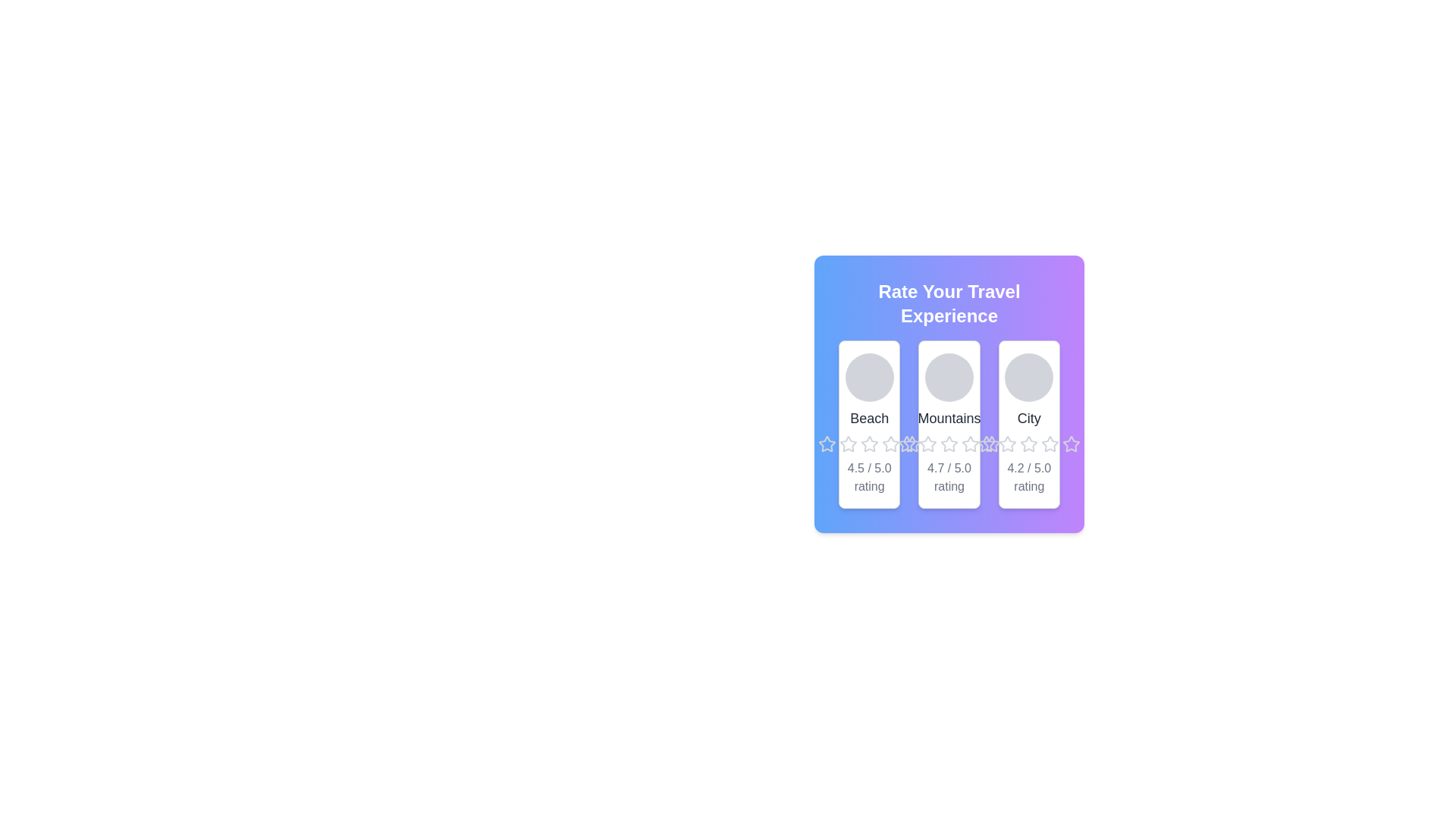  What do you see at coordinates (890, 444) in the screenshot?
I see `the second star icon from the left in the 'Mountains' section to assign or modify the rating for the experience` at bounding box center [890, 444].